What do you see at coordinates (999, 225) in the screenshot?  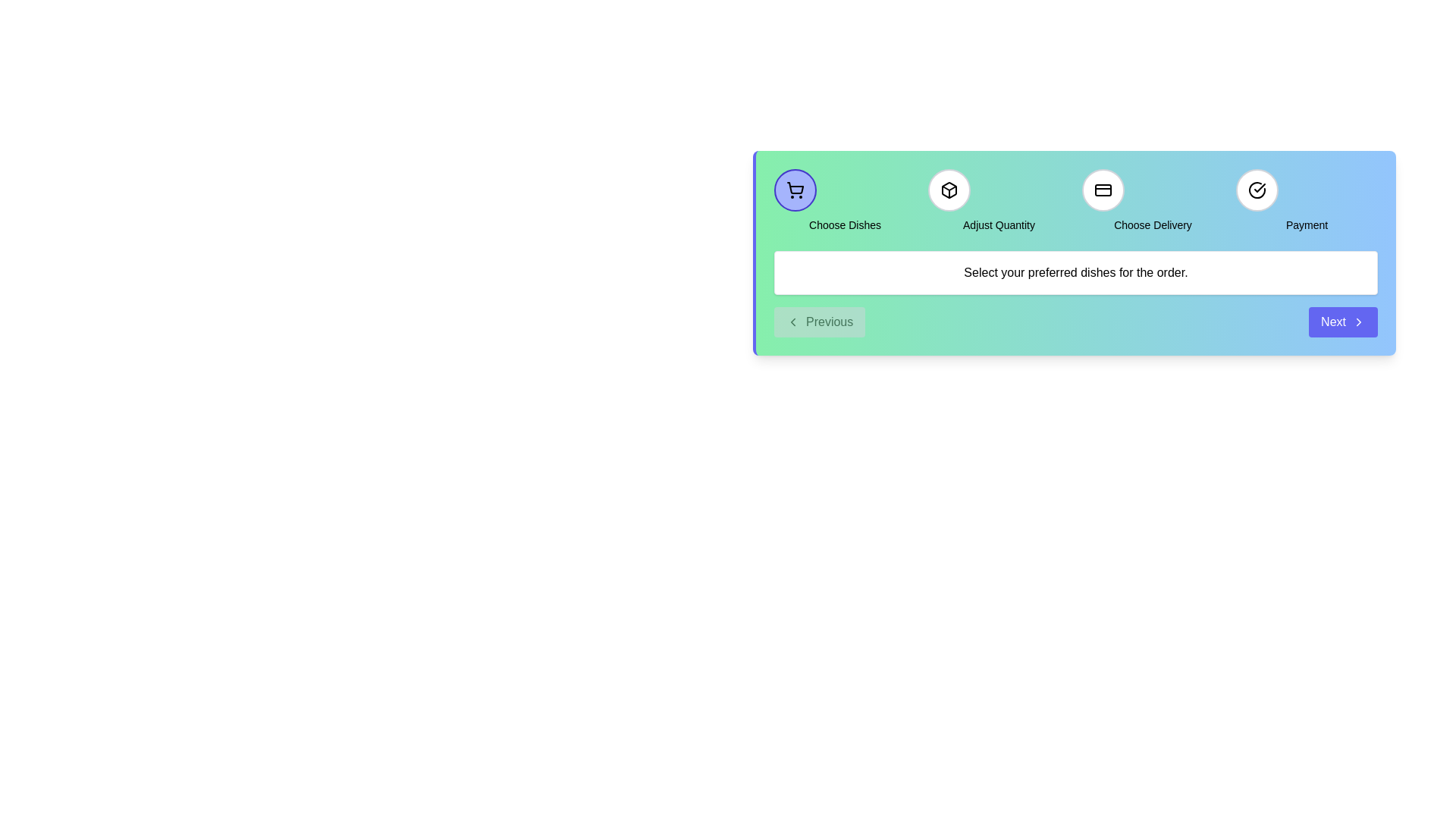 I see `the Text Label that guides users to the task 'Adjust Quantity'` at bounding box center [999, 225].